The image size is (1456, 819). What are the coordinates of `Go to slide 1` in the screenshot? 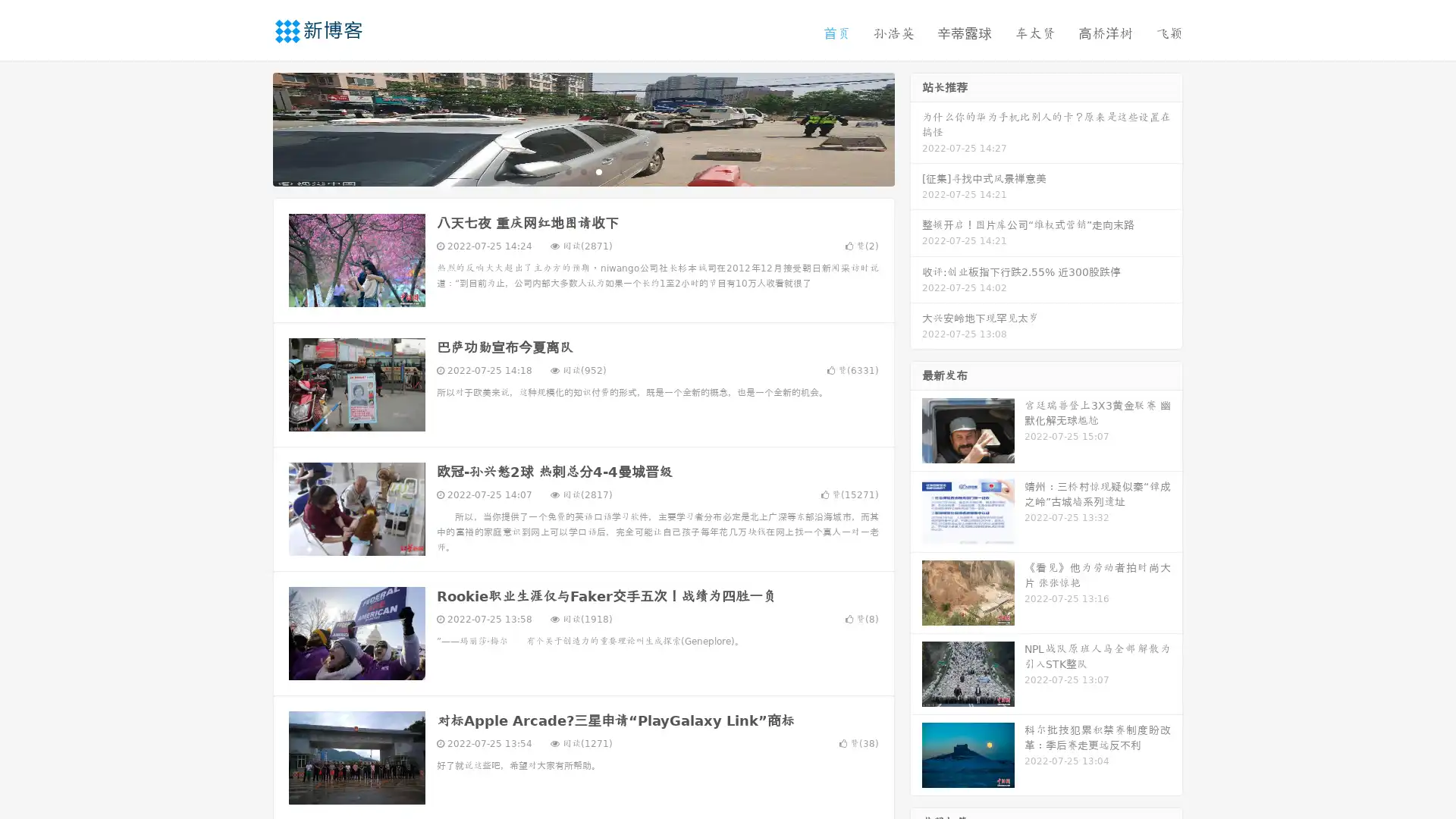 It's located at (567, 171).